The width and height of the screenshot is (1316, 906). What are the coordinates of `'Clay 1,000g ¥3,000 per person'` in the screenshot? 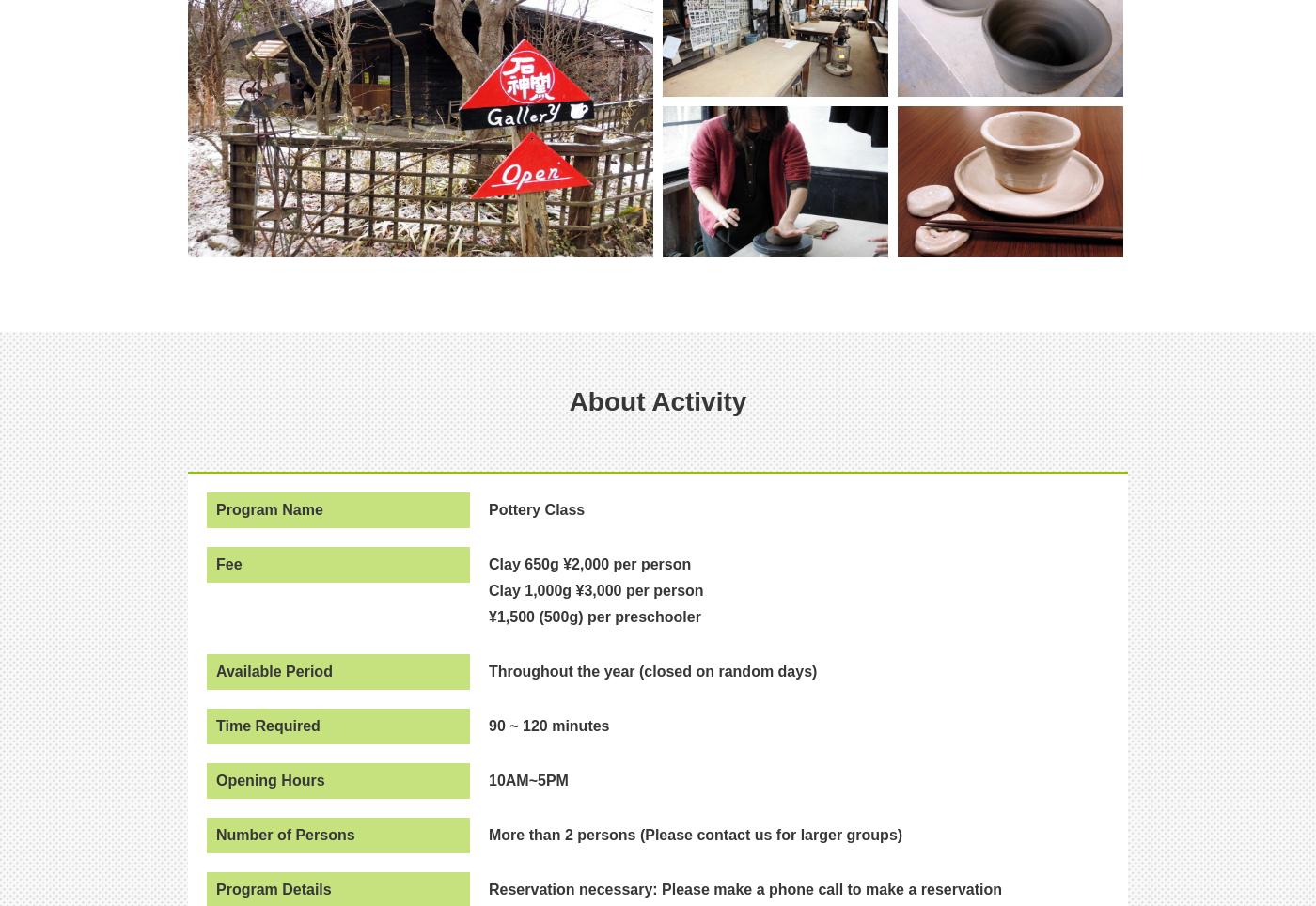 It's located at (596, 589).